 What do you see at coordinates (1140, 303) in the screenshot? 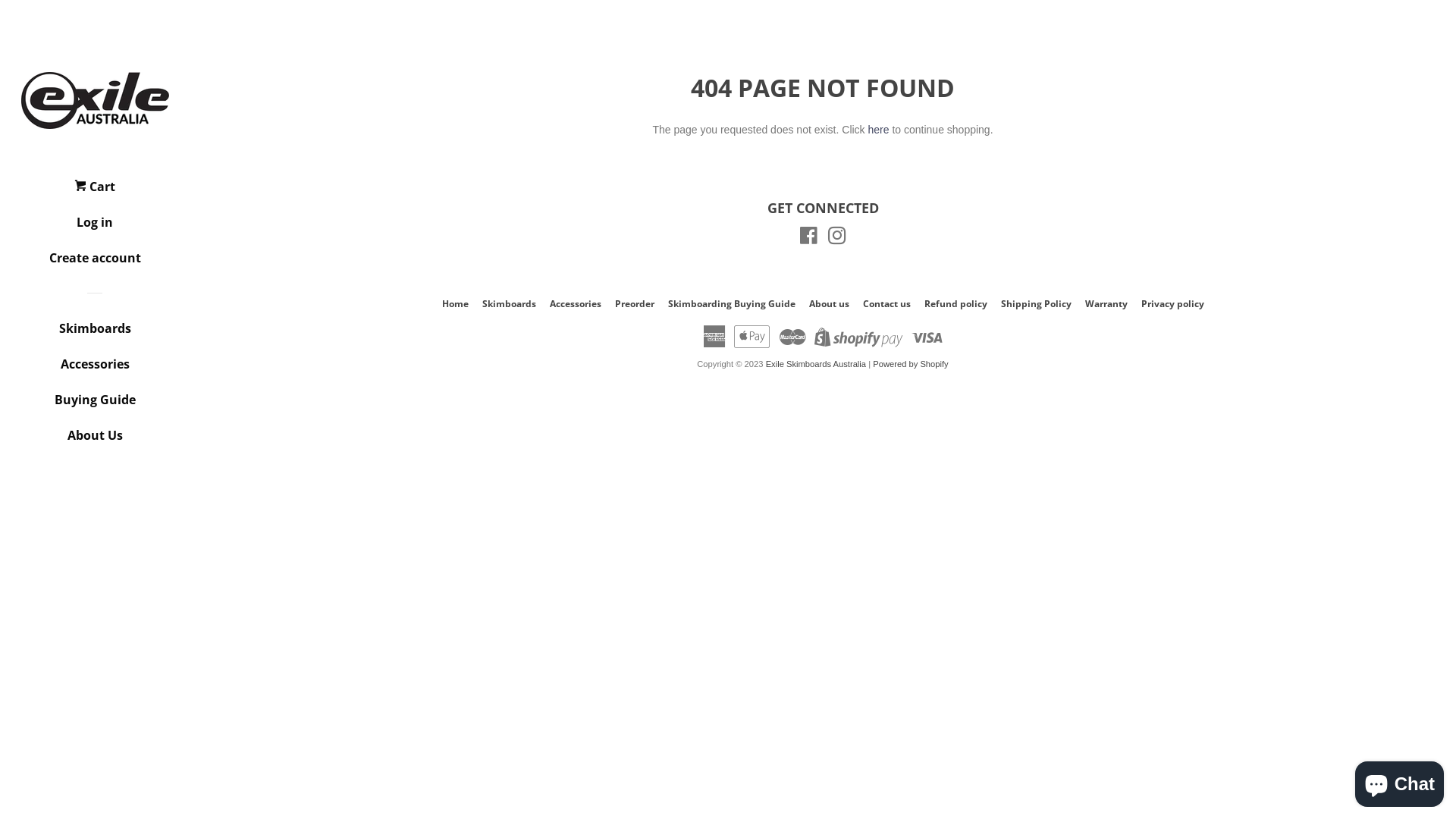
I see `'Privacy policy'` at bounding box center [1140, 303].